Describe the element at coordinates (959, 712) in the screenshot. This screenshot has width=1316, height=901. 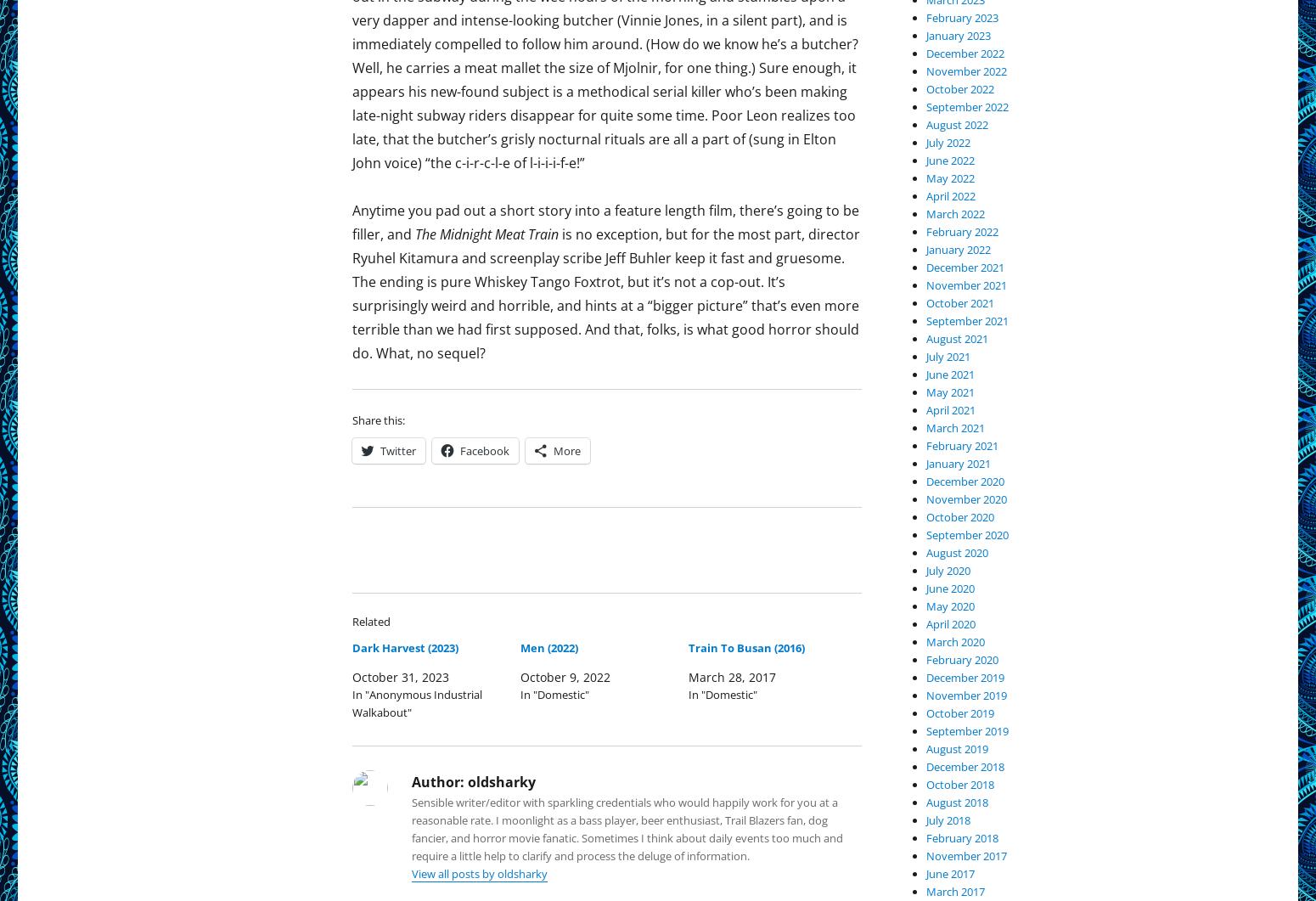
I see `'October 2019'` at that location.